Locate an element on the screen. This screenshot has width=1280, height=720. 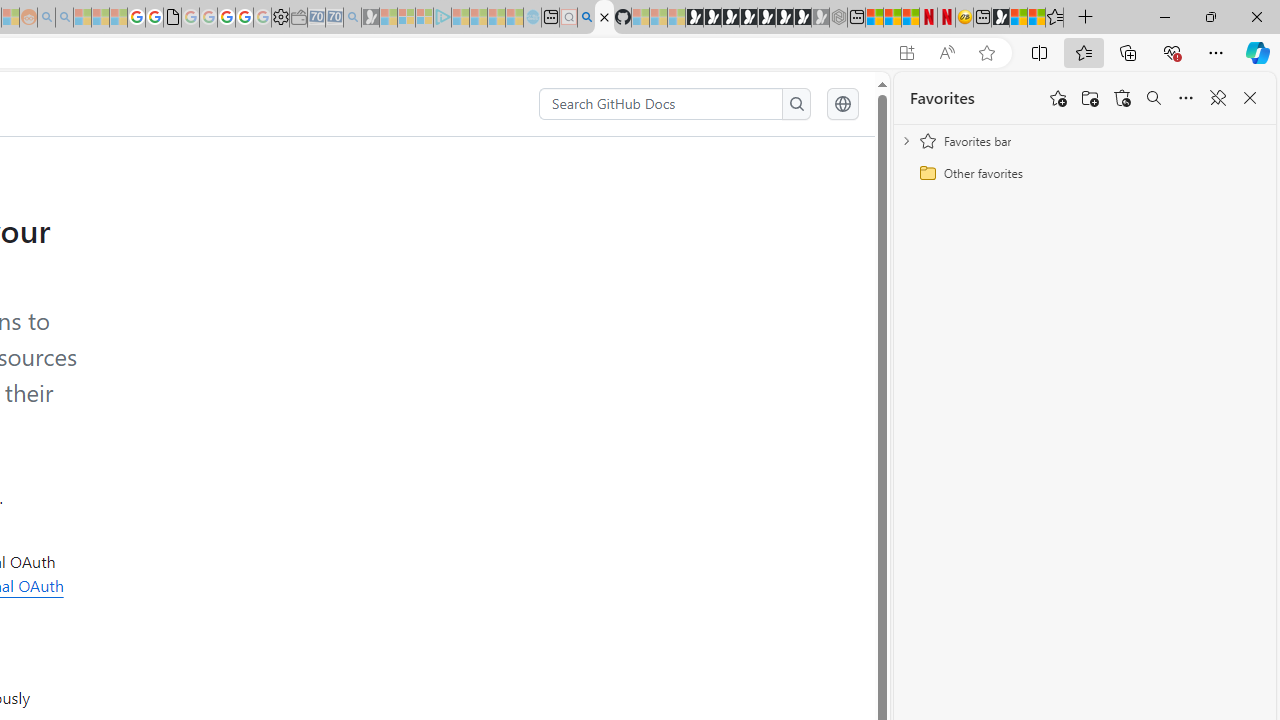
'Play Free Online Games | Games from Microsoft Start' is located at coordinates (694, 17).